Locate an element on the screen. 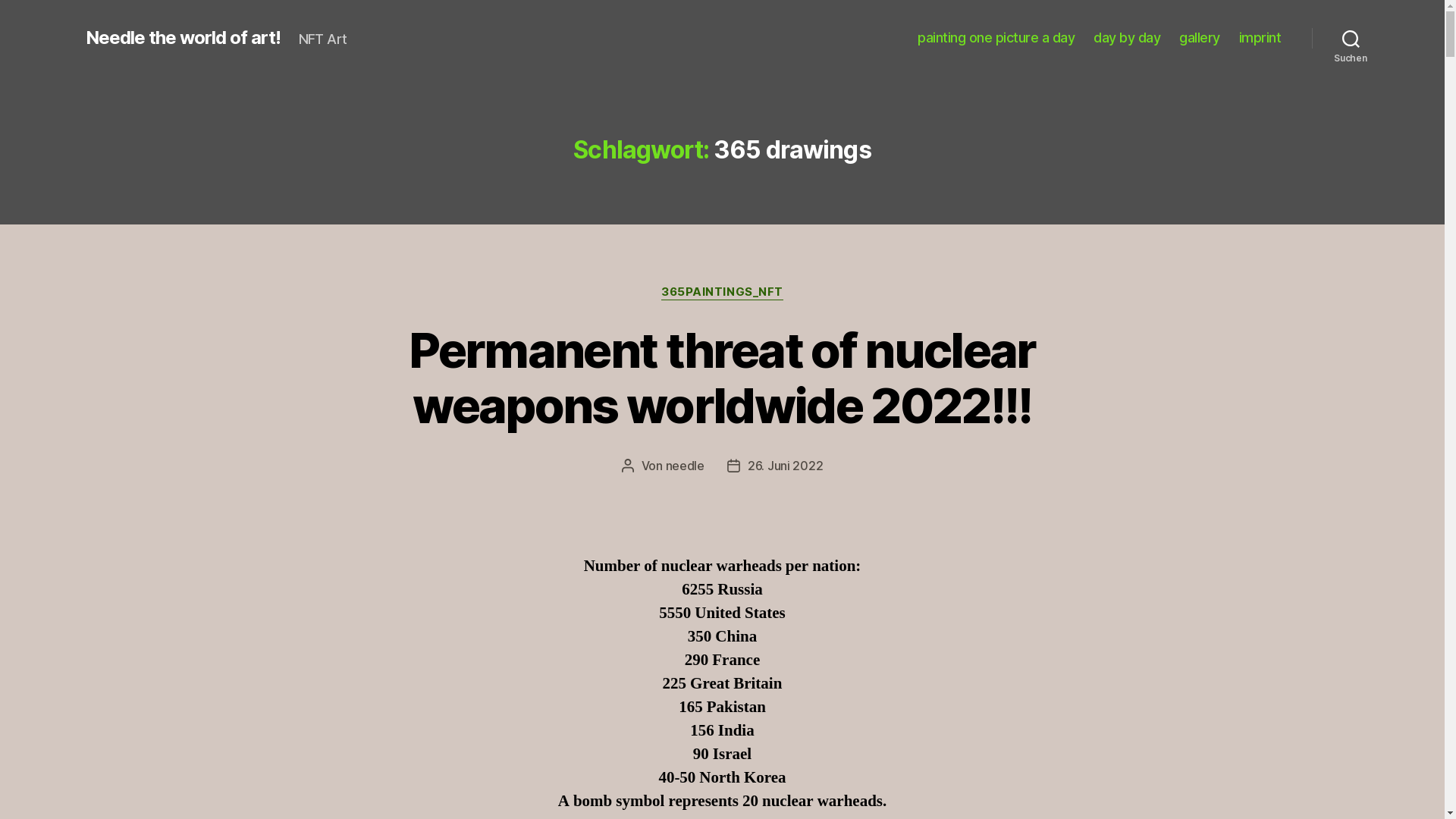  '365PAINTINGS_NFT' is located at coordinates (721, 292).